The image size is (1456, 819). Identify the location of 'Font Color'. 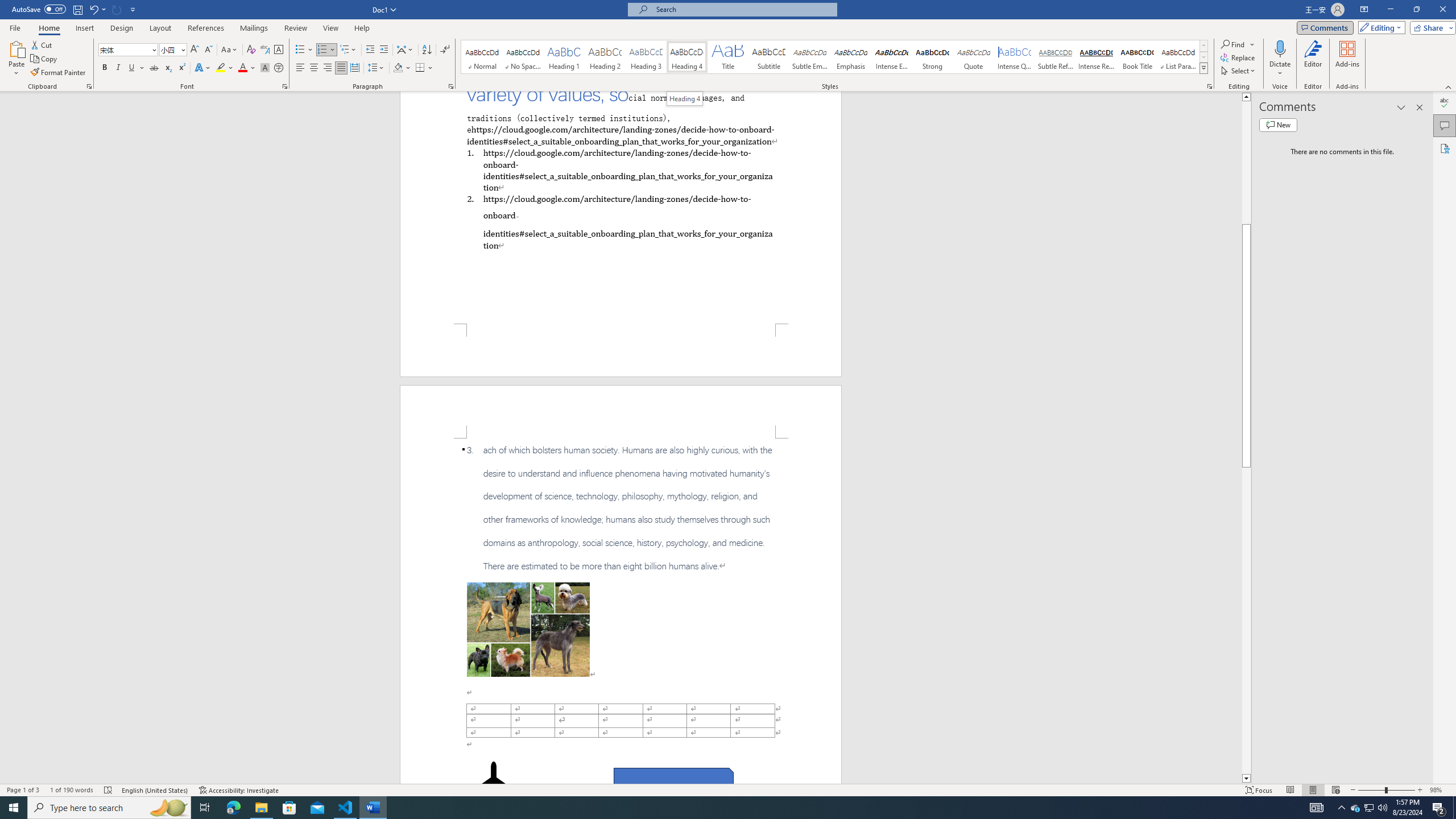
(246, 67).